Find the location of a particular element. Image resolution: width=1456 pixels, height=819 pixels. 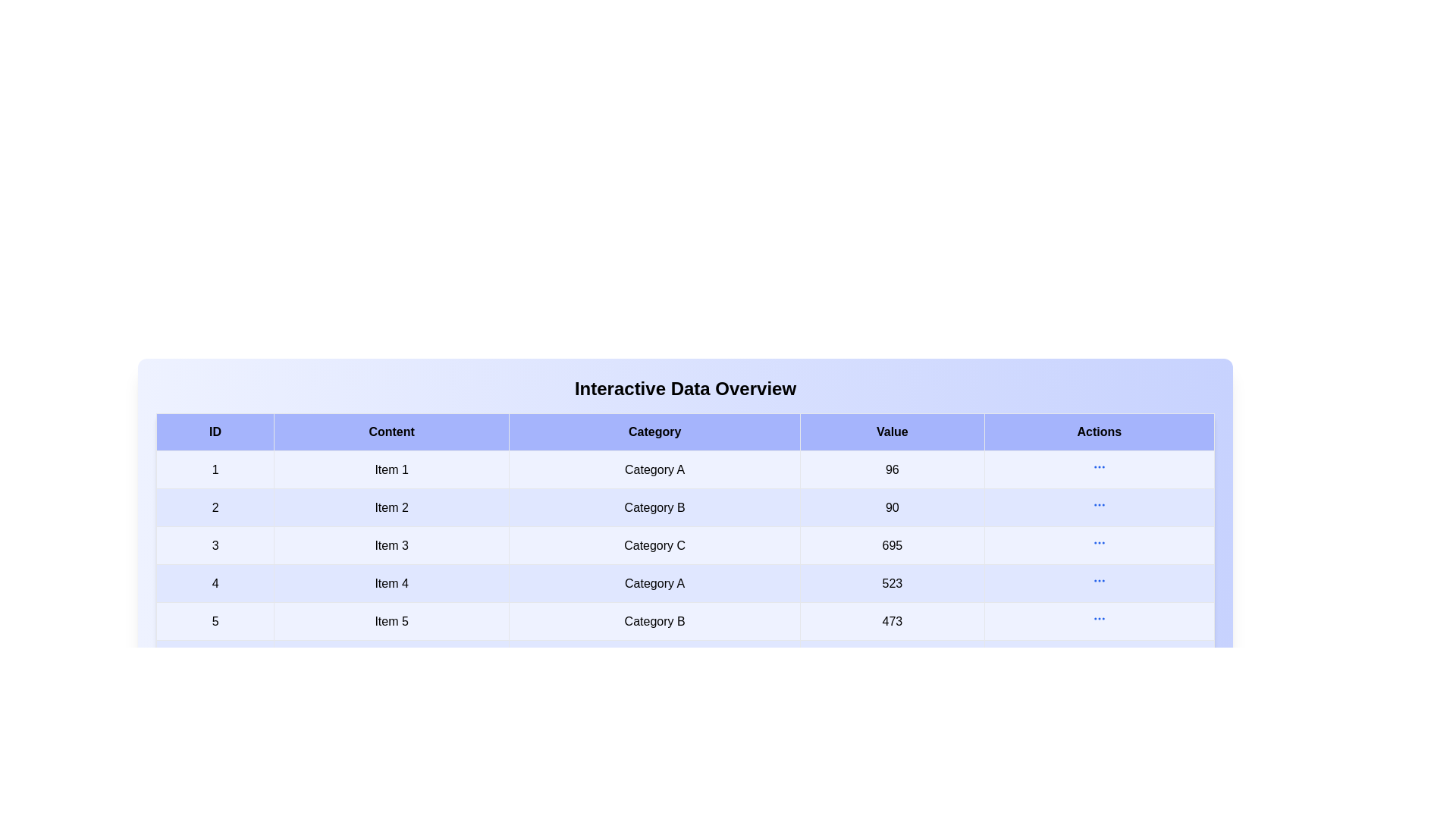

action button in row 2 to view additional details is located at coordinates (1099, 505).